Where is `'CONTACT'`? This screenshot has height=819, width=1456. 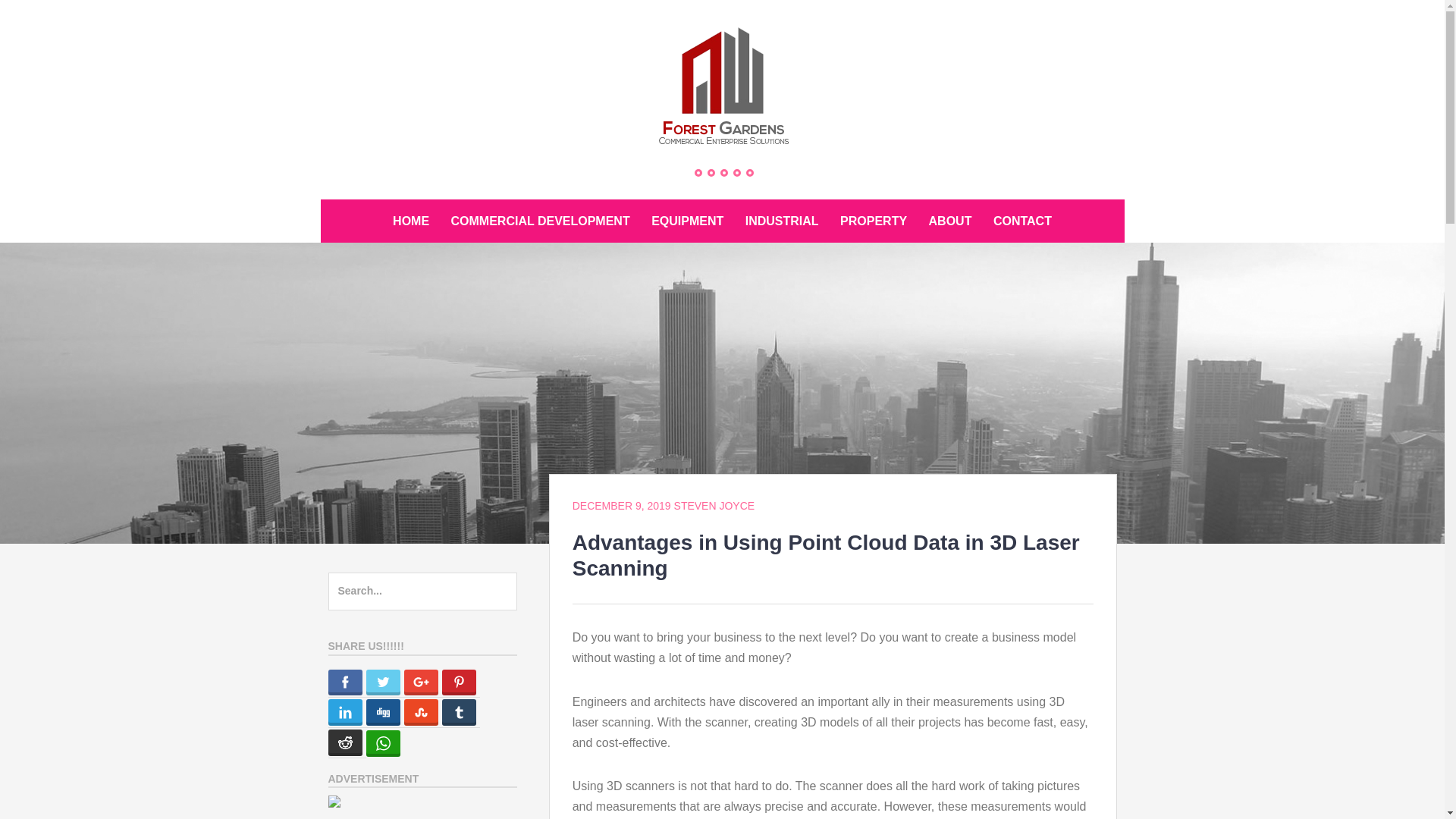 'CONTACT' is located at coordinates (1022, 221).